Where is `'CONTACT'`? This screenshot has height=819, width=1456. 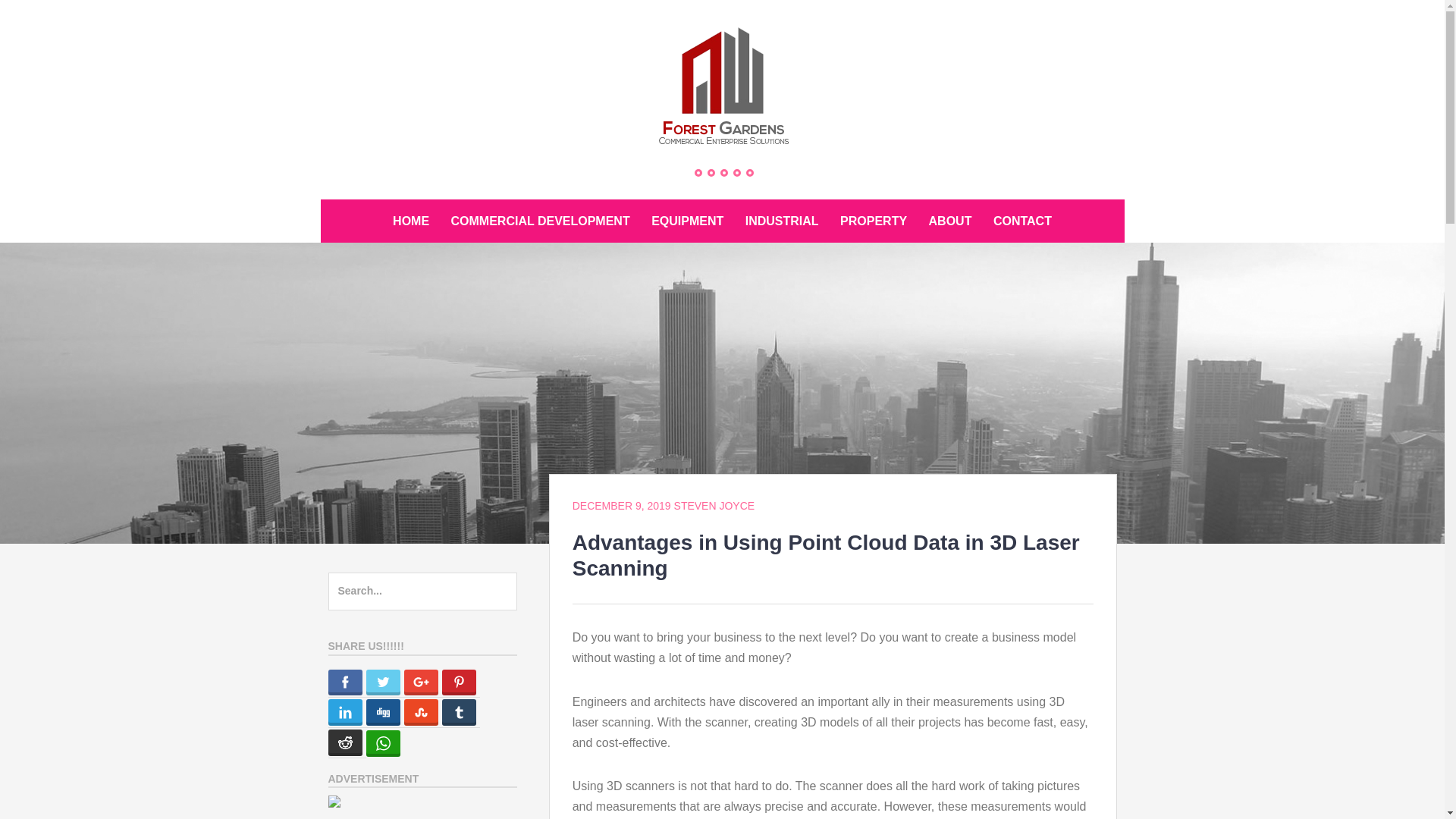 'CONTACT' is located at coordinates (1022, 221).